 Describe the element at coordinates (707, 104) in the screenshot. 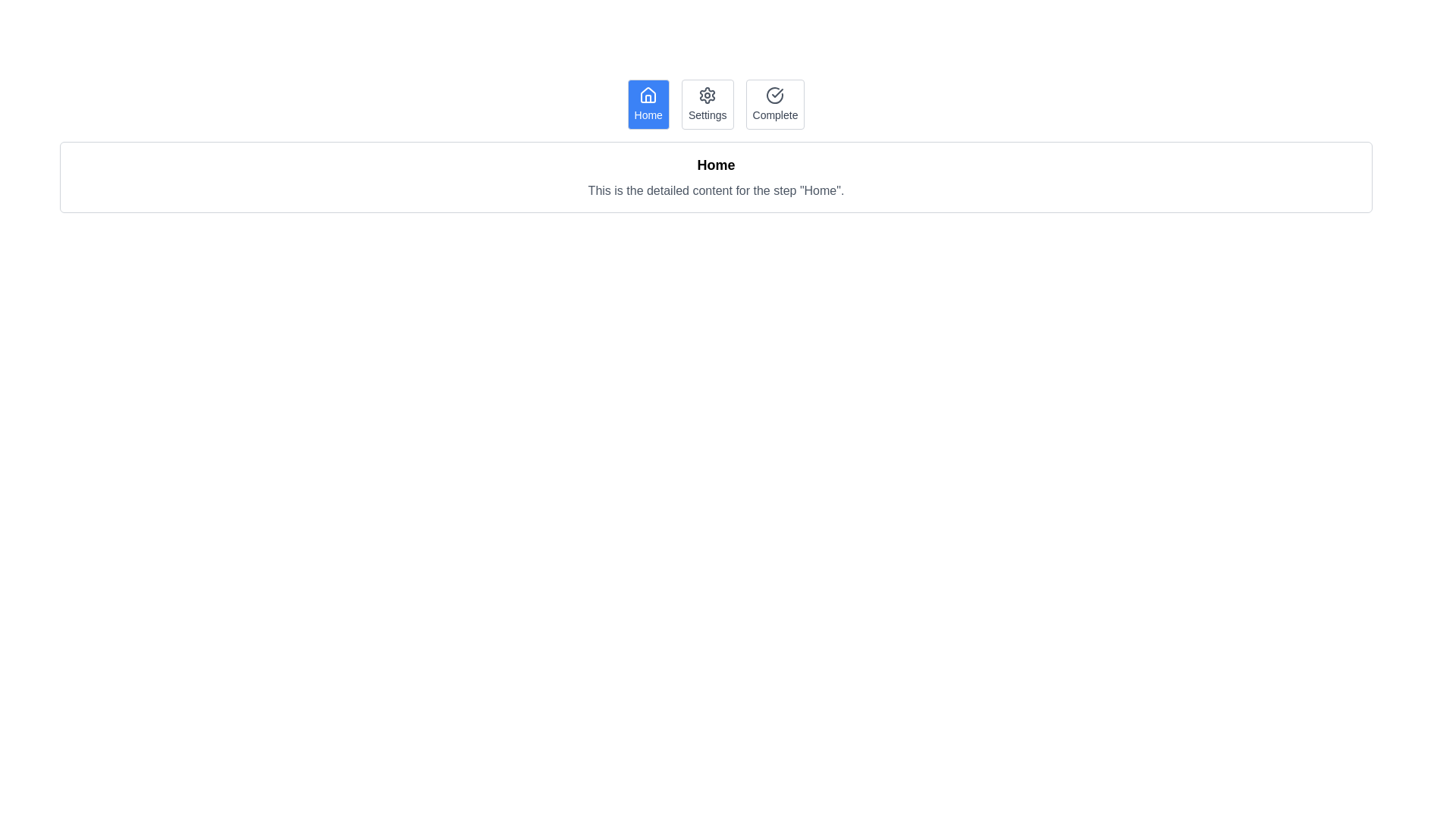

I see `the 'Settings' button, which is the second button in a horizontal group of three buttons` at that location.